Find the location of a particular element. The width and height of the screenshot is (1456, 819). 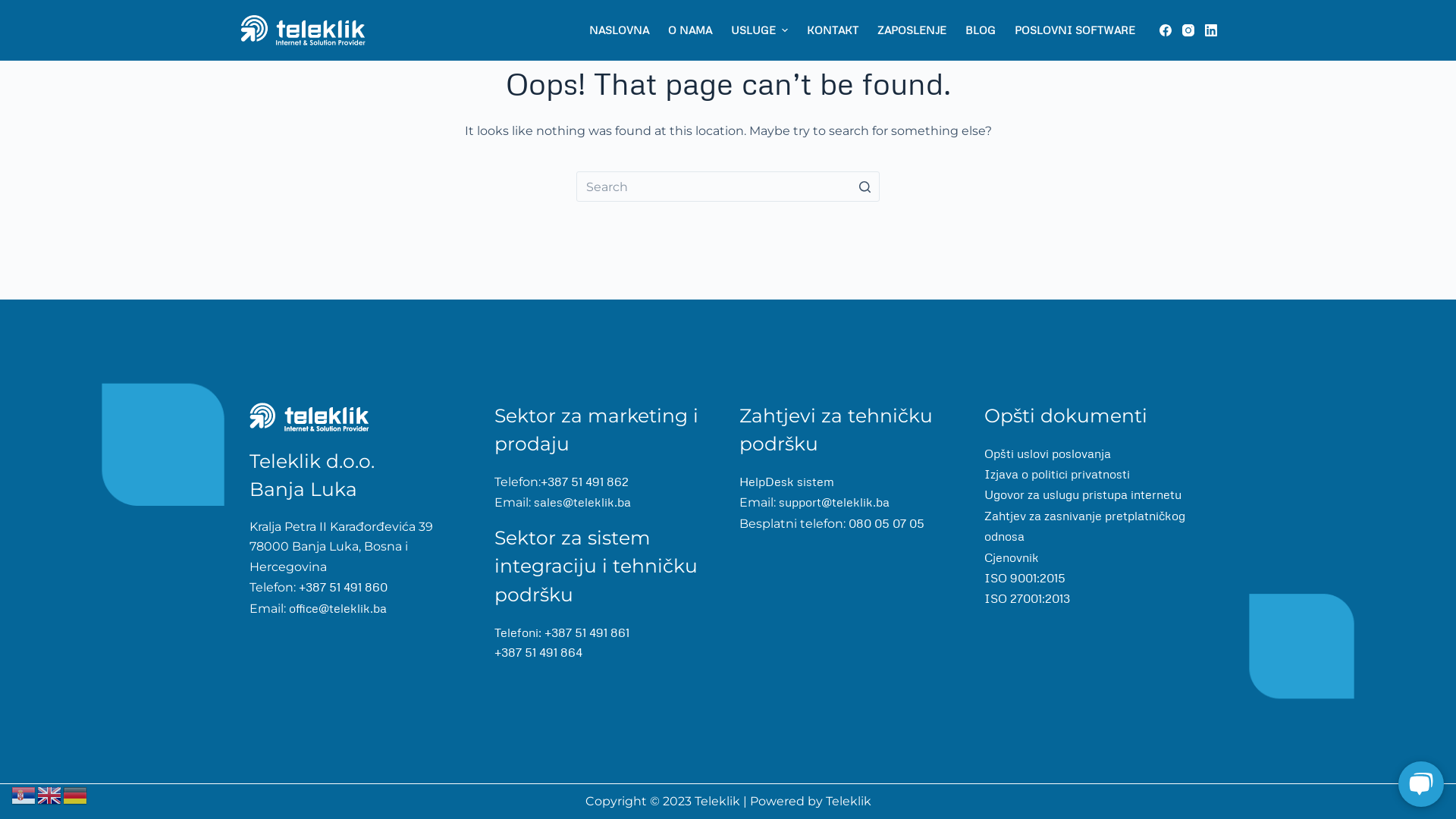

'+387 51 491 860' is located at coordinates (295, 586).